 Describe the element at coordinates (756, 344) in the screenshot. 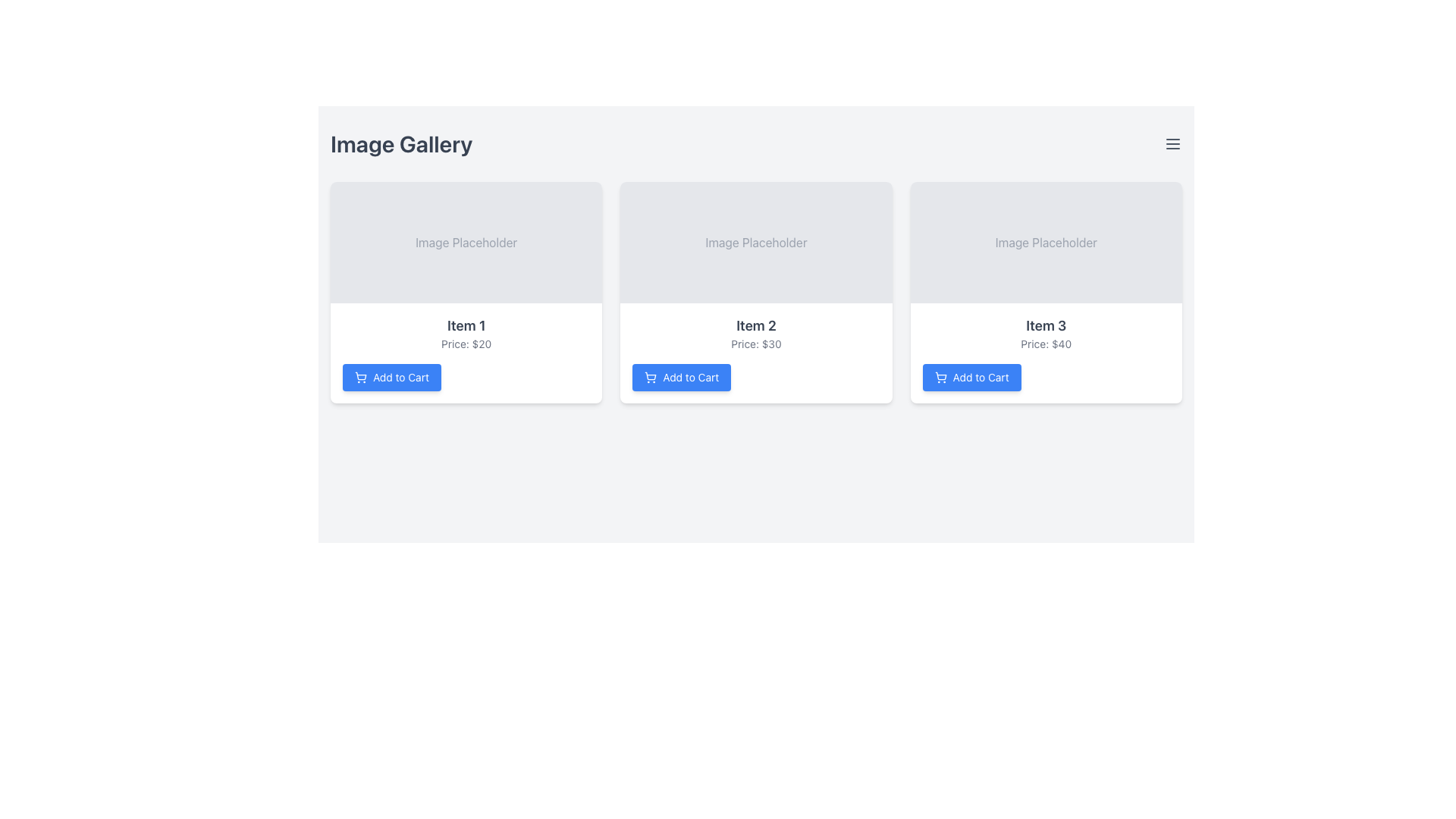

I see `the Text Label displaying 'Price: $30', which is located in the card for 'Item 2', positioned below the title and above the 'Add to Cart' button` at that location.